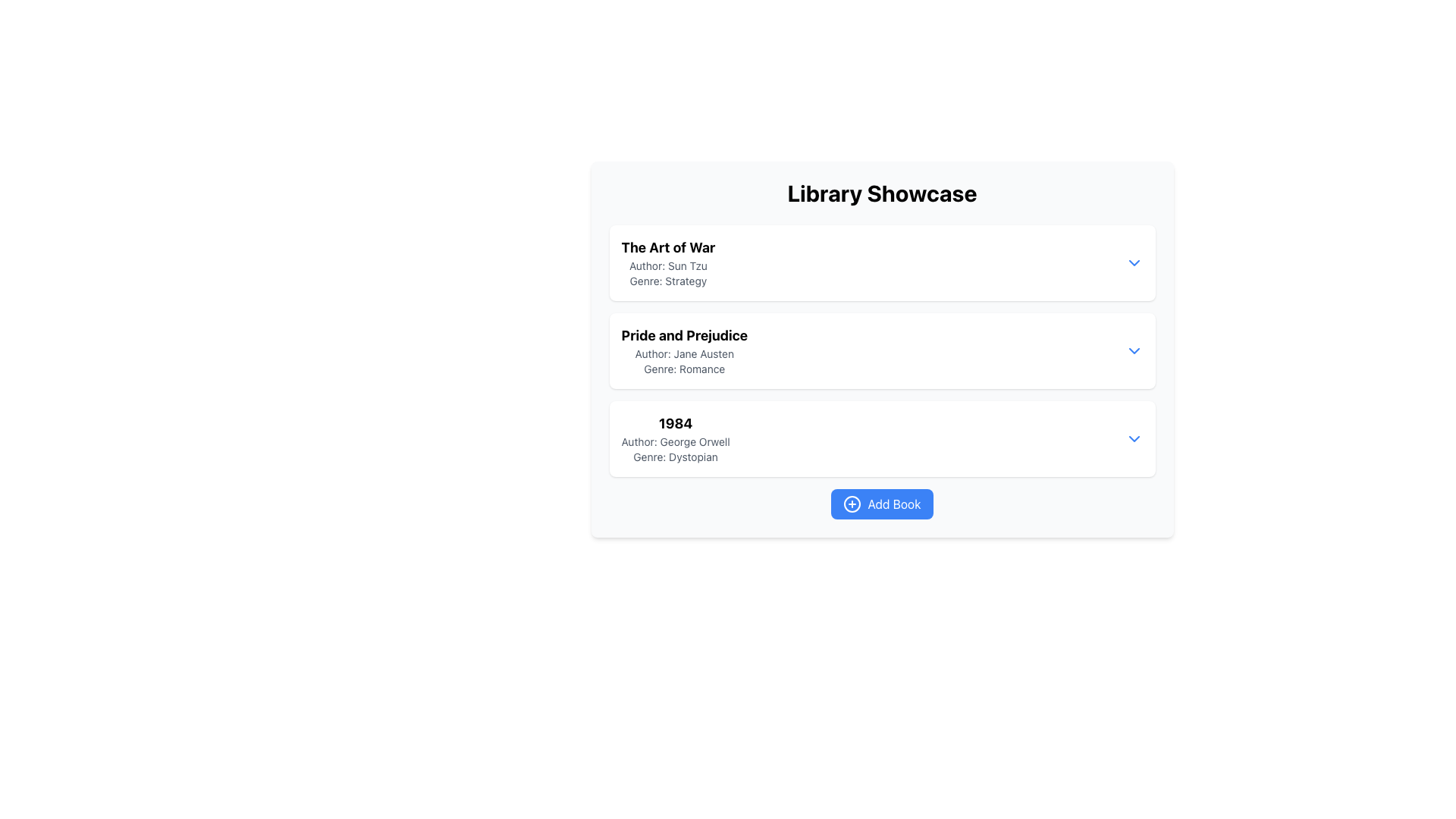 The height and width of the screenshot is (819, 1456). What do you see at coordinates (882, 504) in the screenshot?
I see `the blue rectangular 'Add Book' button with a plus icon` at bounding box center [882, 504].